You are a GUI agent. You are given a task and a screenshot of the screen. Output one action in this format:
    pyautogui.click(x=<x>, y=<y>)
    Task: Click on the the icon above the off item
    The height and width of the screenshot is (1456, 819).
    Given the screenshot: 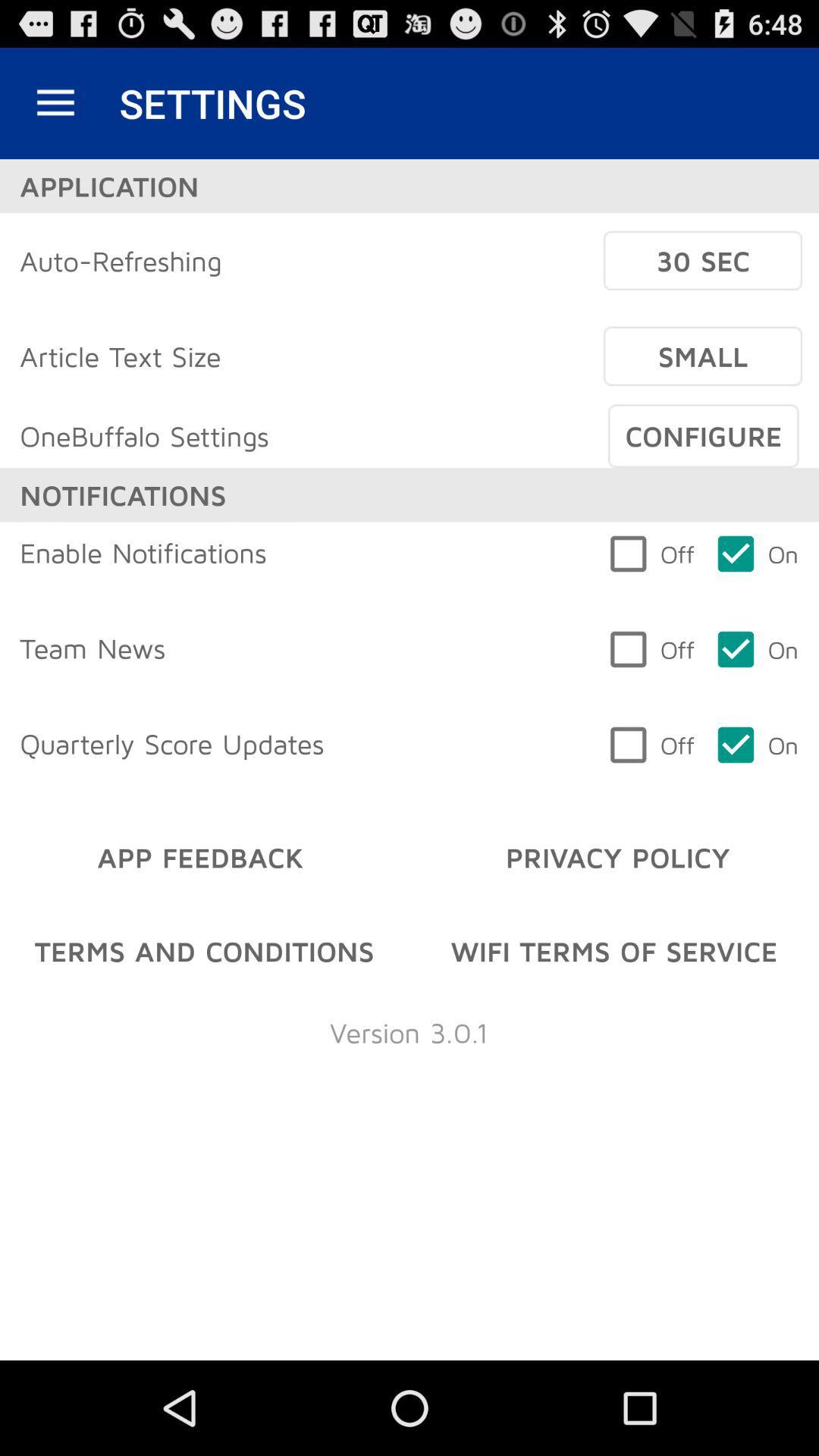 What is the action you would take?
    pyautogui.click(x=703, y=435)
    